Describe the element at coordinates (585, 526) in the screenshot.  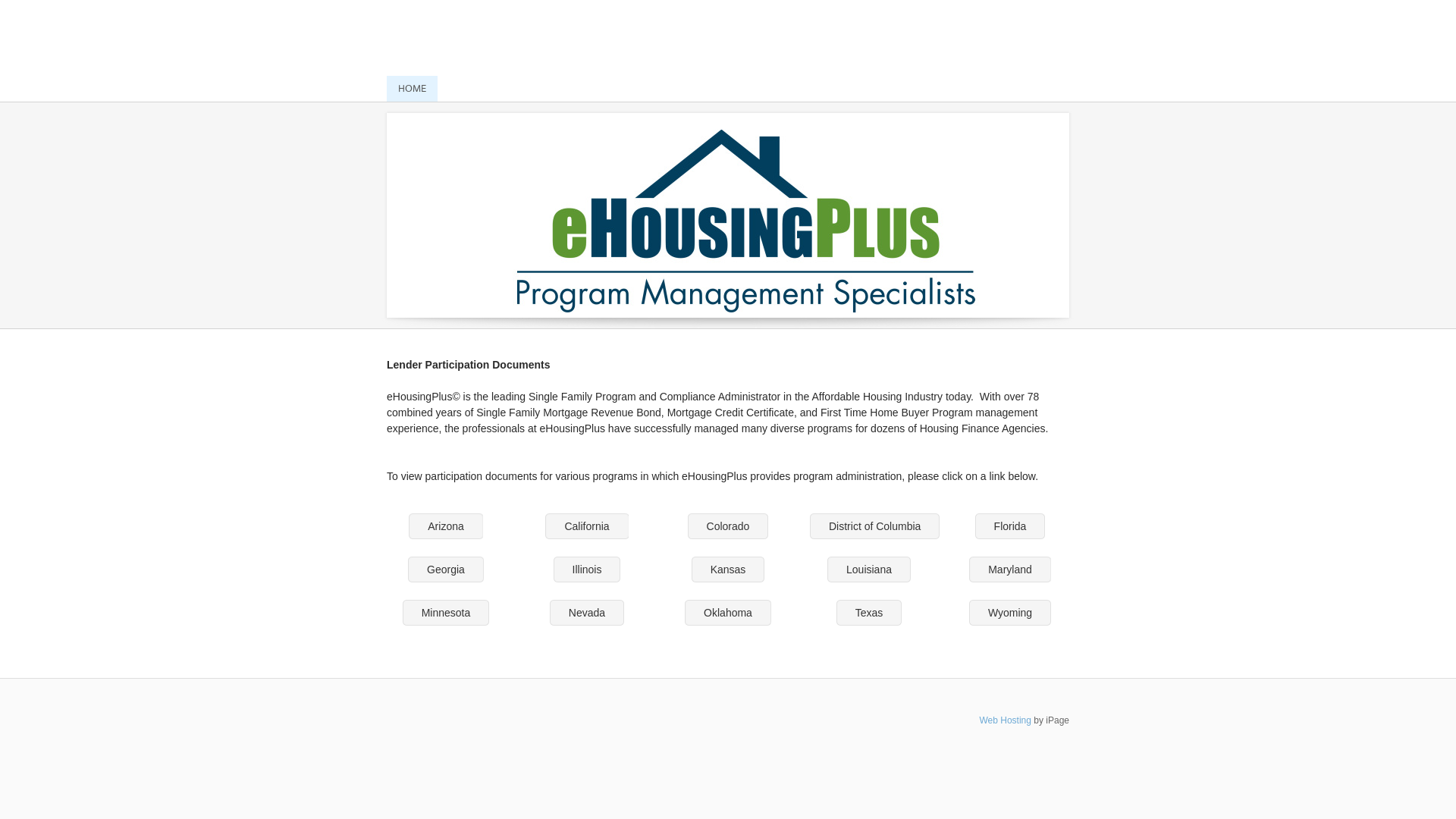
I see `'California'` at that location.